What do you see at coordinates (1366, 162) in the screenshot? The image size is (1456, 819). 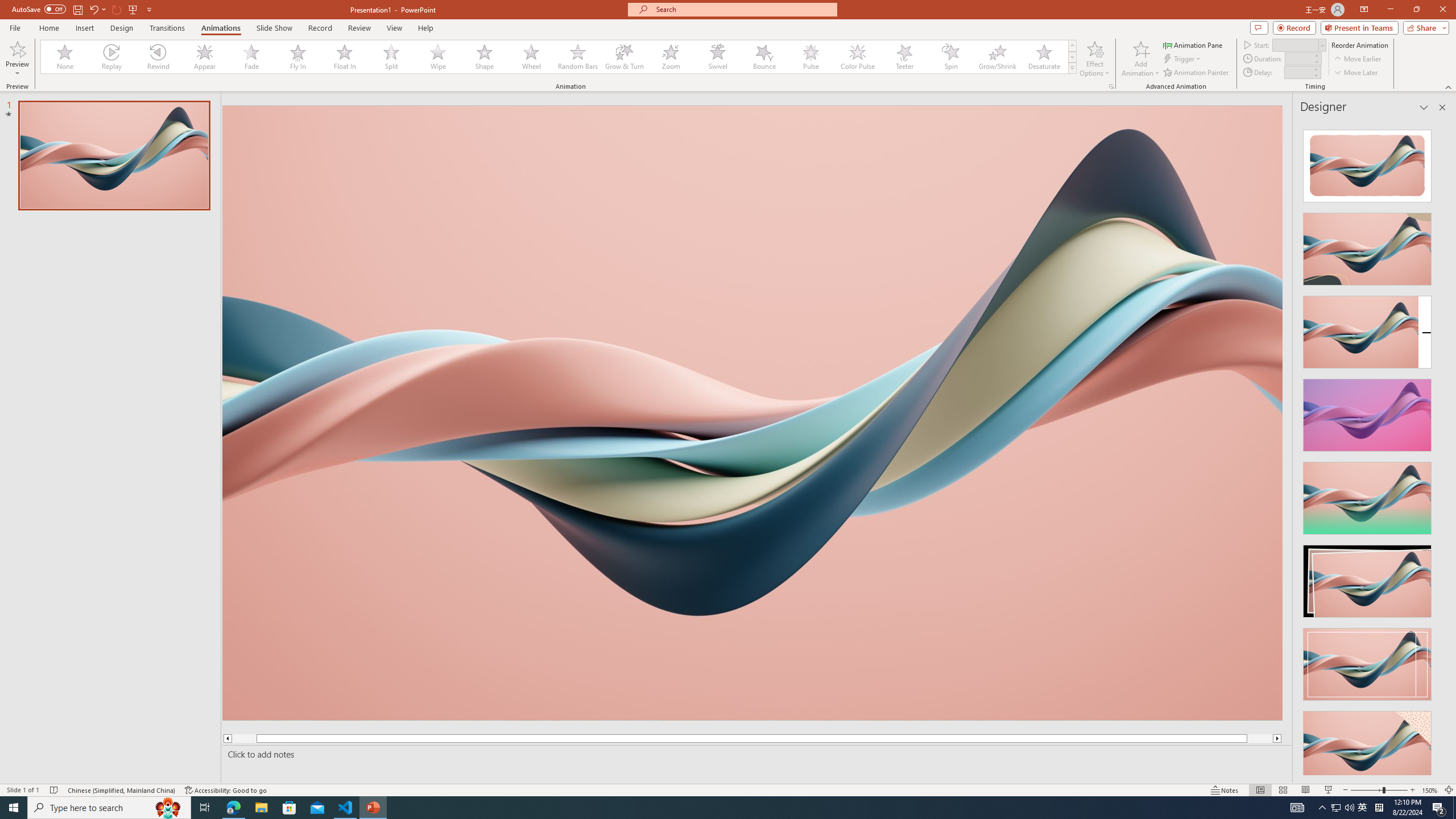 I see `'Recommended Design: Design Idea'` at bounding box center [1366, 162].